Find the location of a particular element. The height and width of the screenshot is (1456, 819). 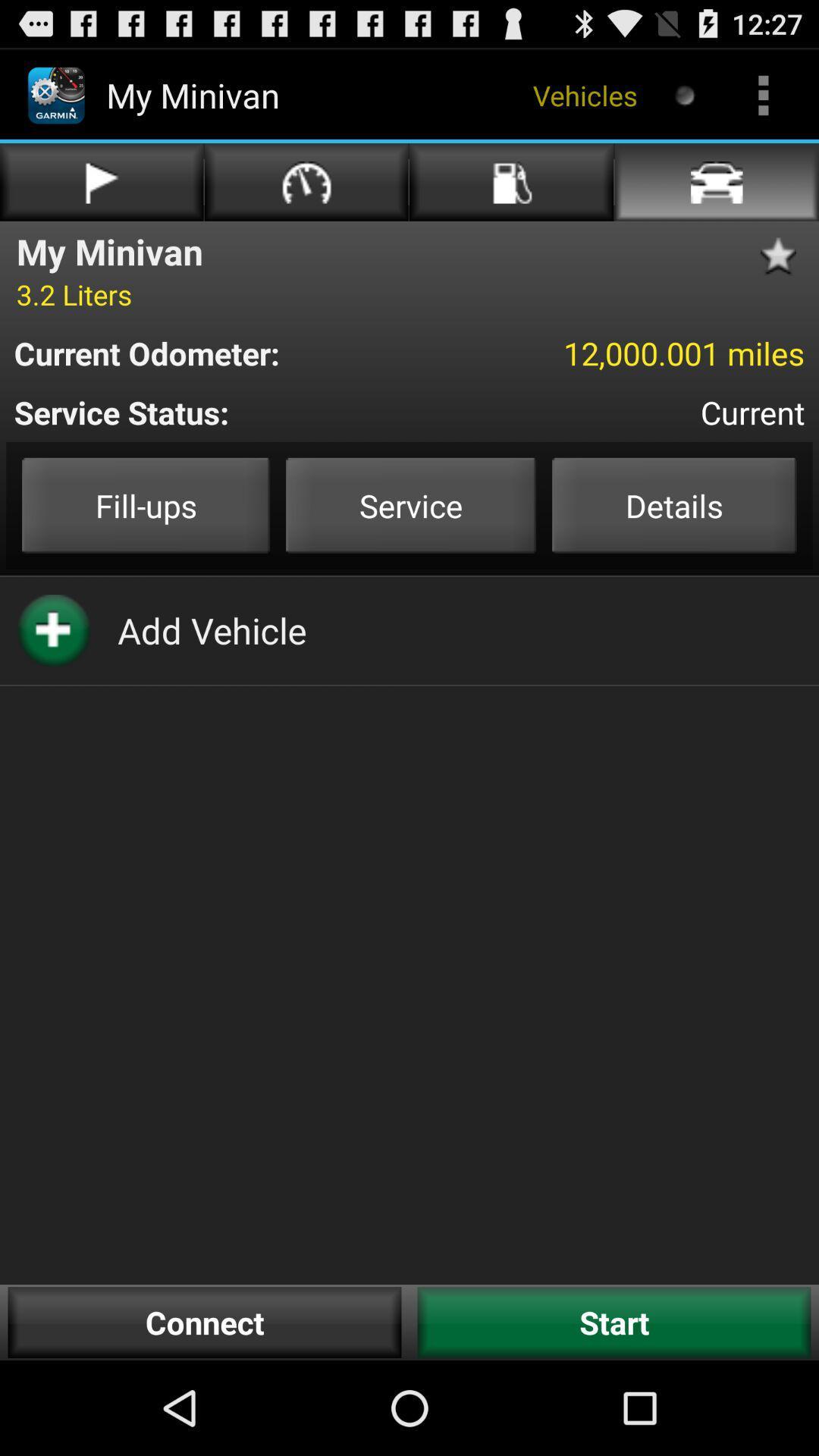

item above the service status: item is located at coordinates (612, 352).